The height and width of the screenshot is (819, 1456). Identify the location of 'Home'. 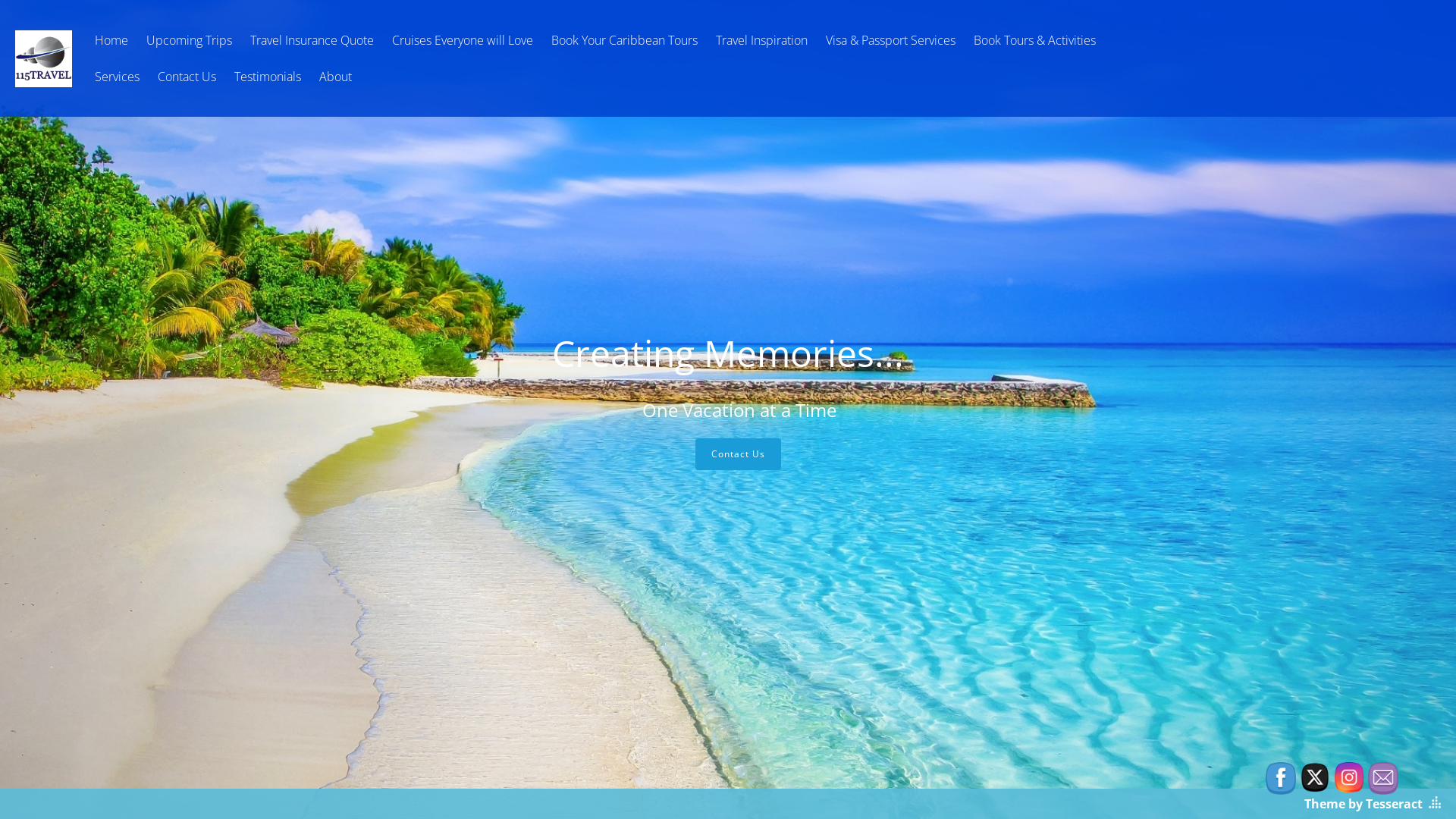
(111, 39).